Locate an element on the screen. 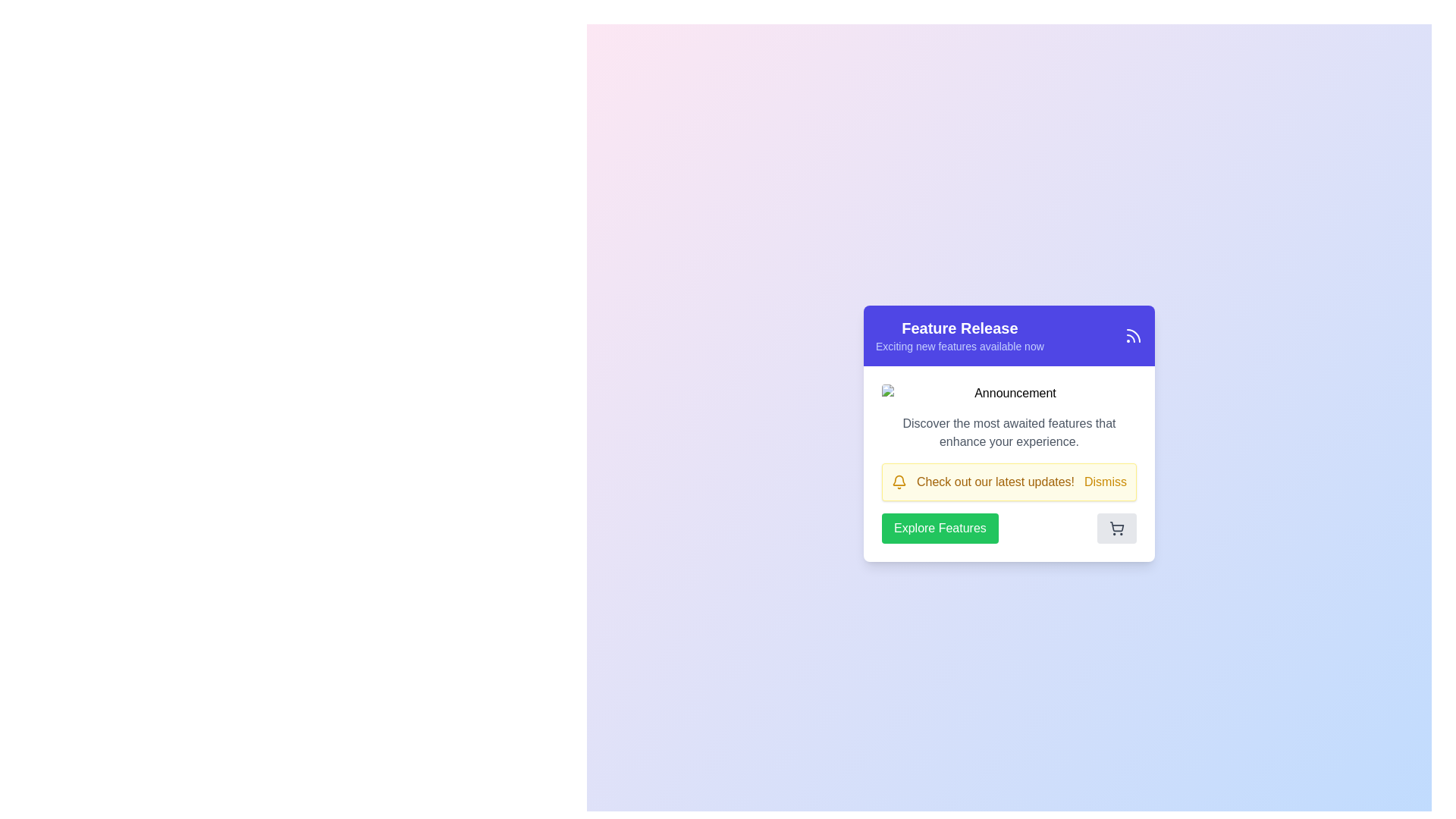 The image size is (1456, 819). the Text Label positioned beneath the 'Feature Release' title in the card layout is located at coordinates (959, 346).